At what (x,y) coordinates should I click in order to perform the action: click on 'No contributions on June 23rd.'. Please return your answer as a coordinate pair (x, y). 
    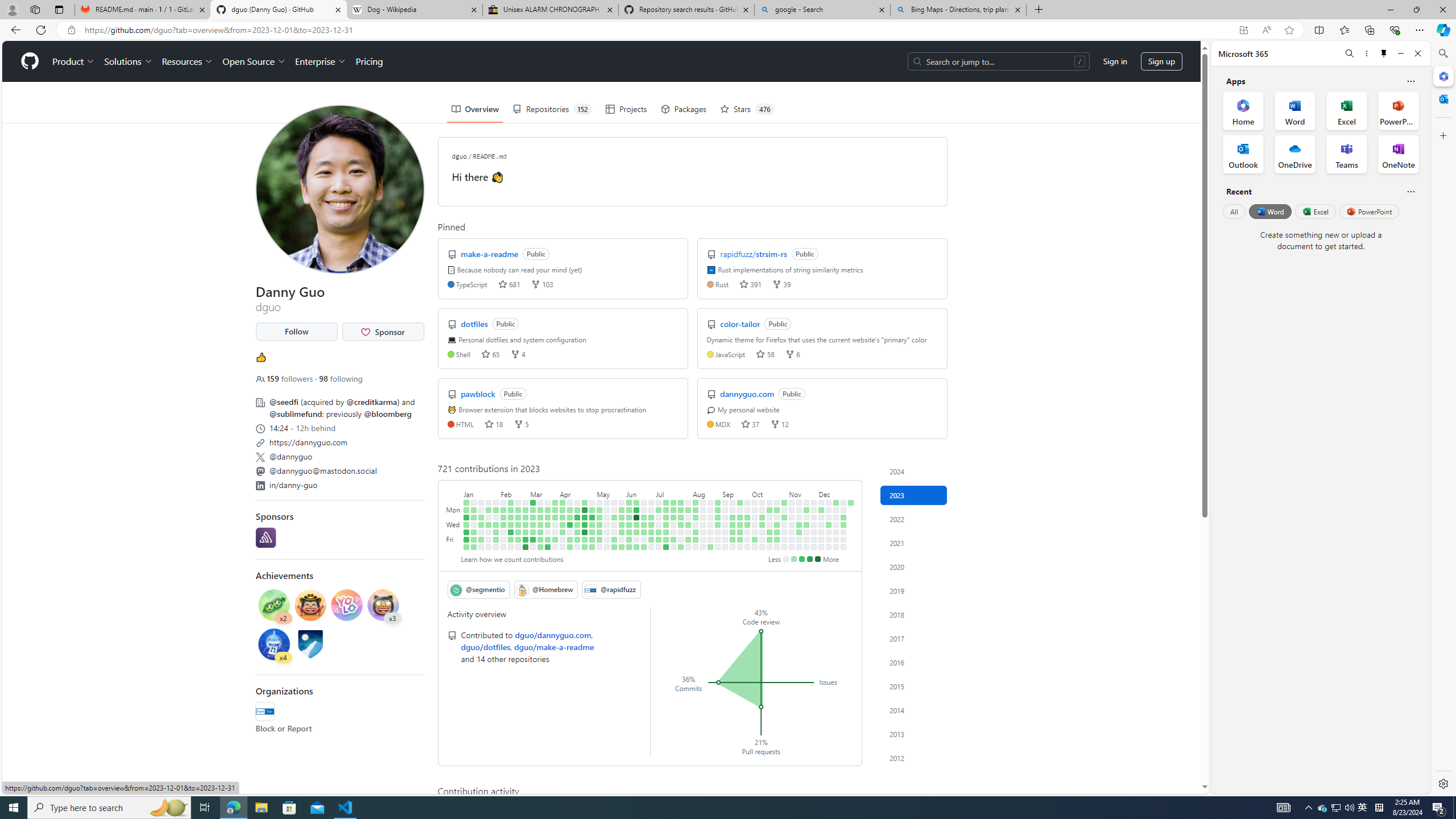
    Looking at the image, I should click on (644, 539).